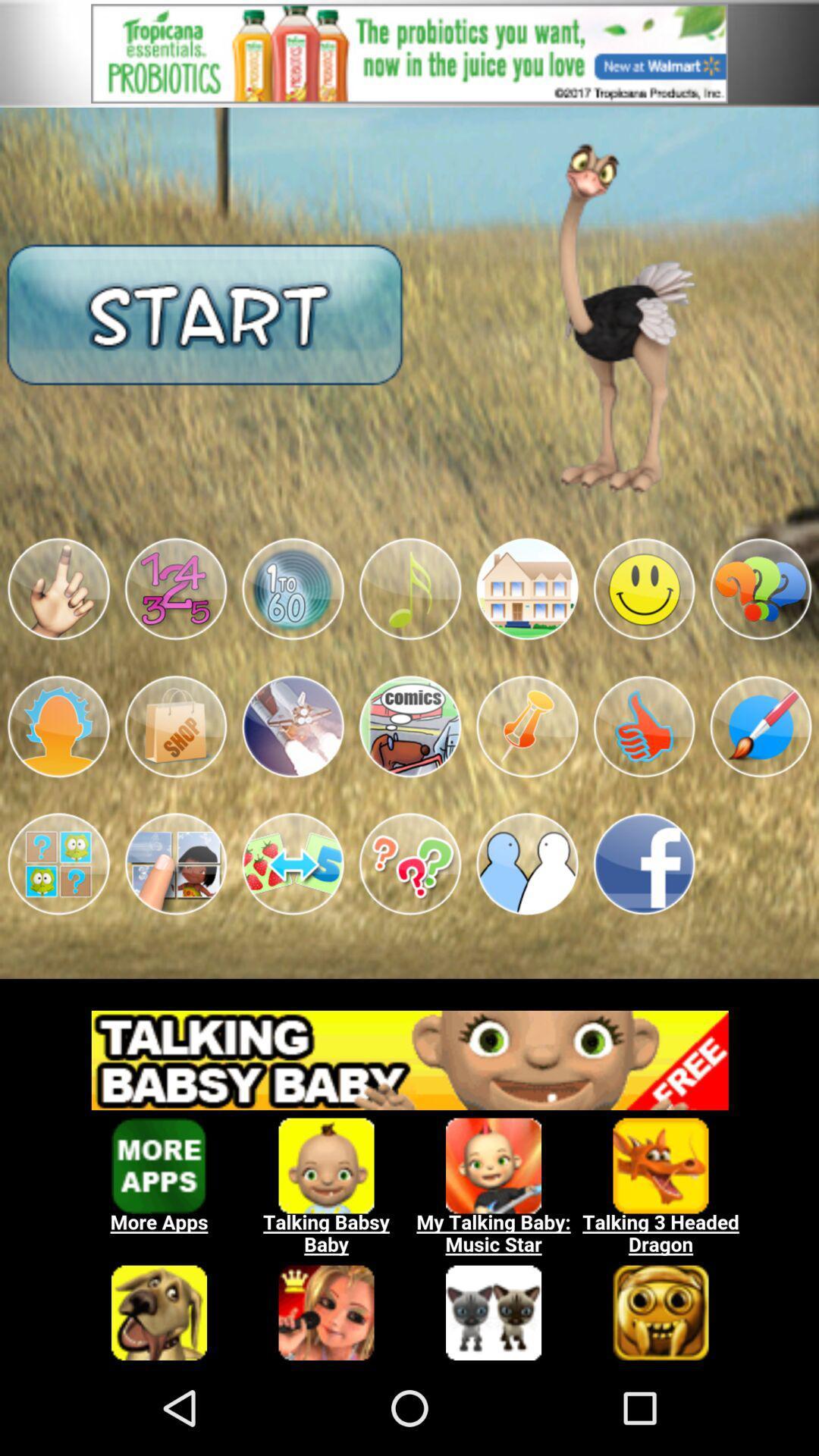  Describe the element at coordinates (293, 588) in the screenshot. I see `stick images` at that location.